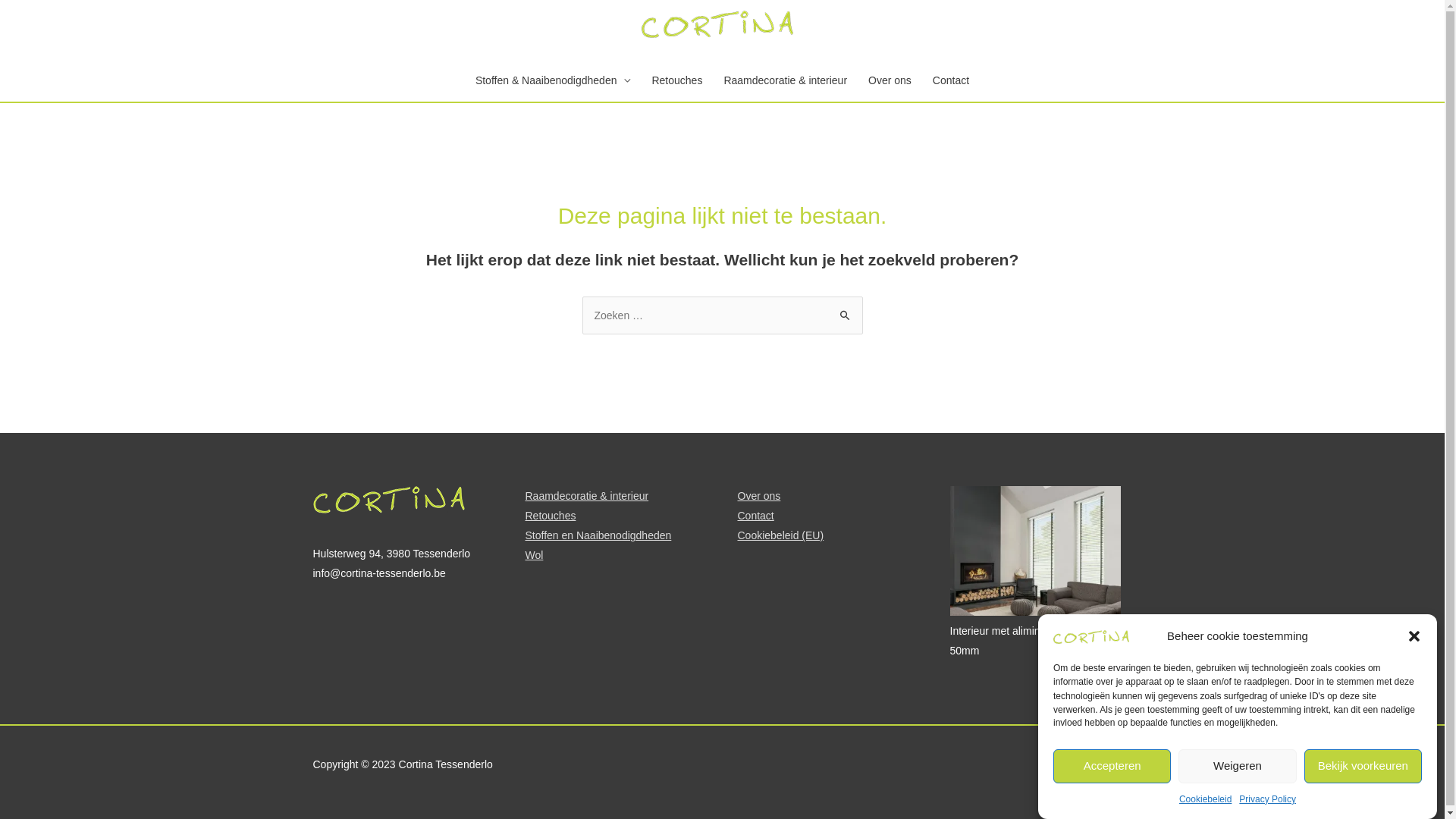 Image resolution: width=1456 pixels, height=819 pixels. I want to click on 'Raamdecoratie & interieur', so click(585, 496).